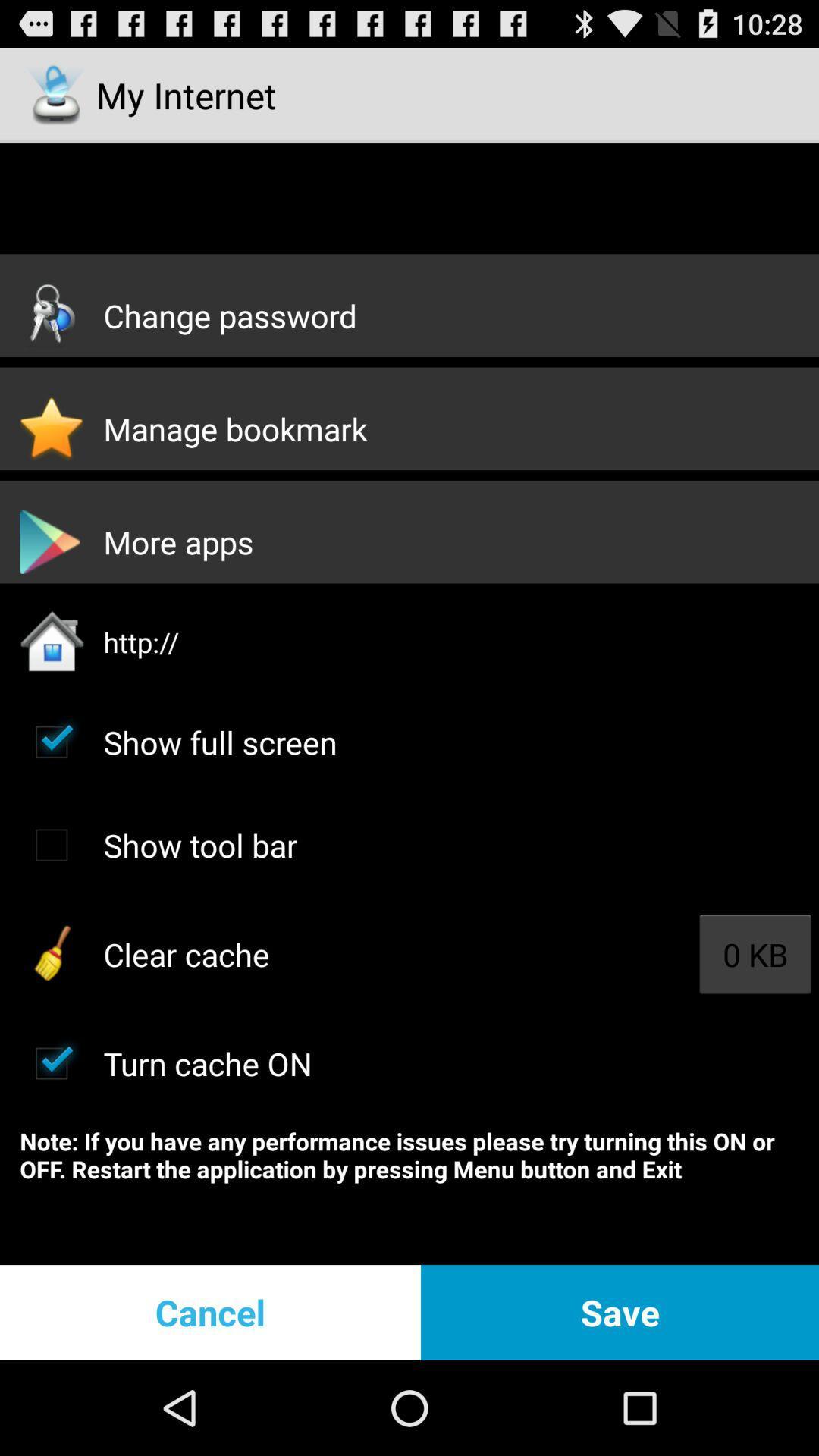  What do you see at coordinates (51, 742) in the screenshot?
I see `full screen` at bounding box center [51, 742].